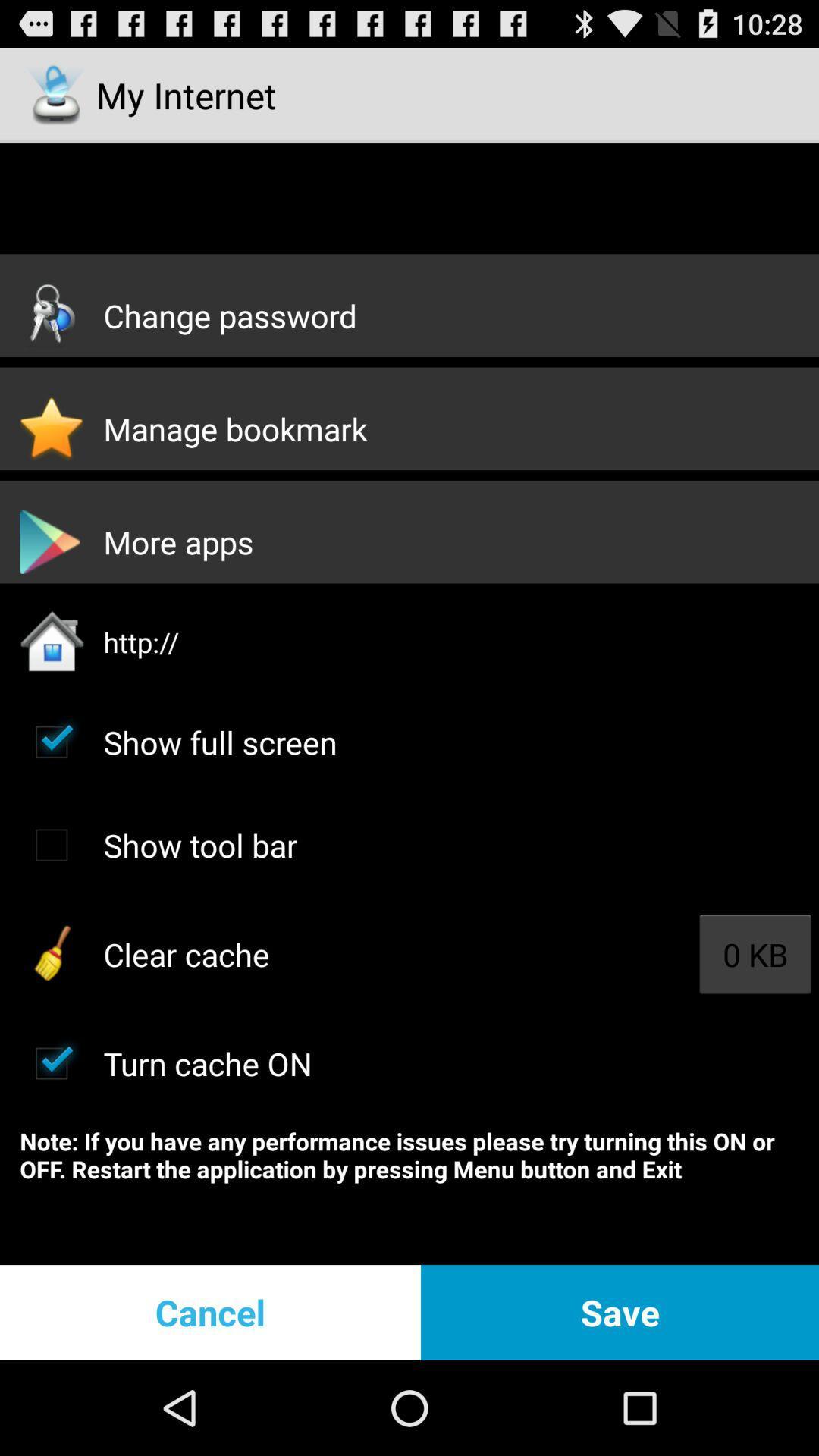  What do you see at coordinates (51, 742) in the screenshot?
I see `full screen` at bounding box center [51, 742].